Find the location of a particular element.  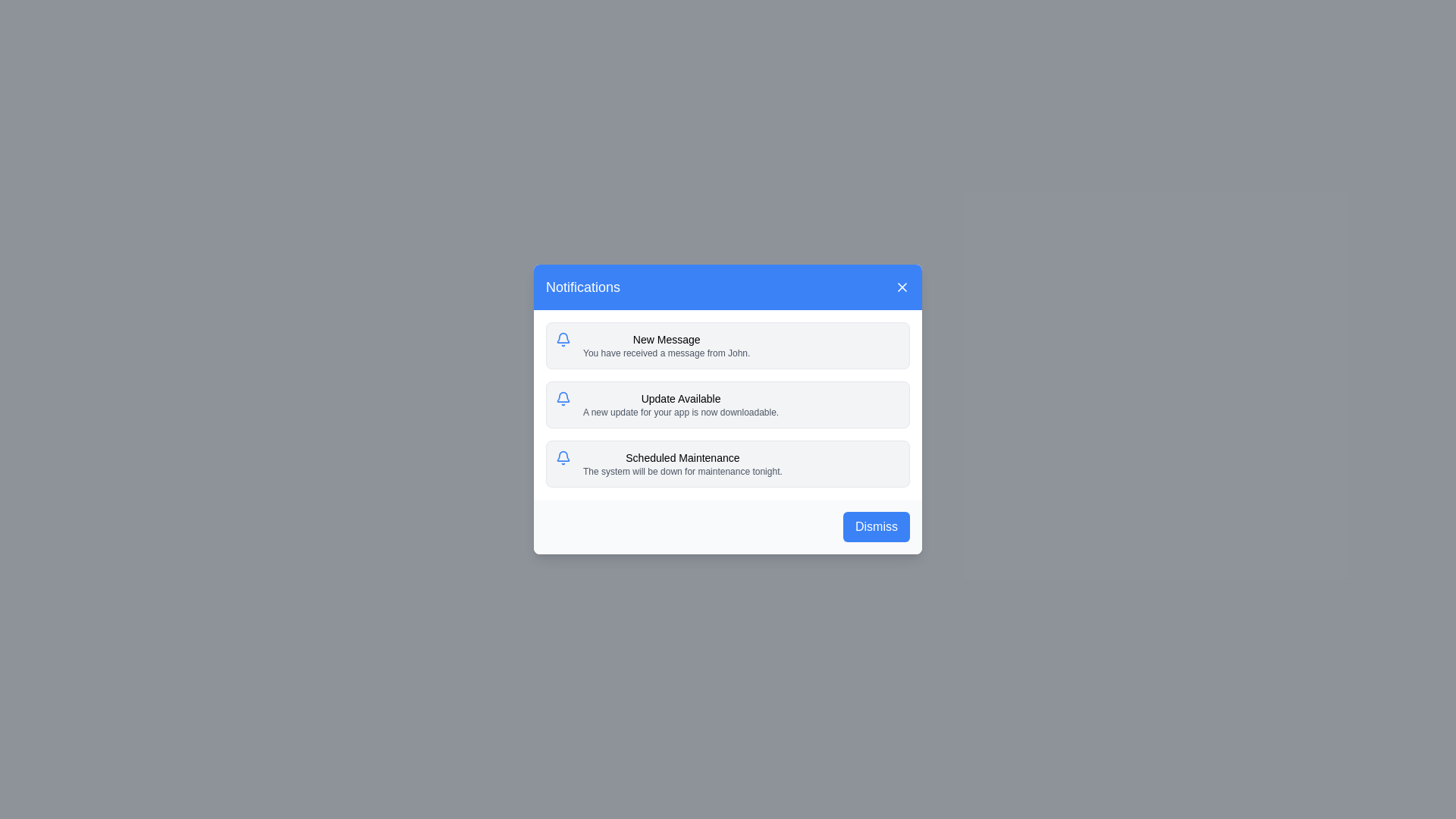

text label displaying 'New Message' in a bold font located in the notification dialog box at the top of the first notification entry is located at coordinates (667, 338).